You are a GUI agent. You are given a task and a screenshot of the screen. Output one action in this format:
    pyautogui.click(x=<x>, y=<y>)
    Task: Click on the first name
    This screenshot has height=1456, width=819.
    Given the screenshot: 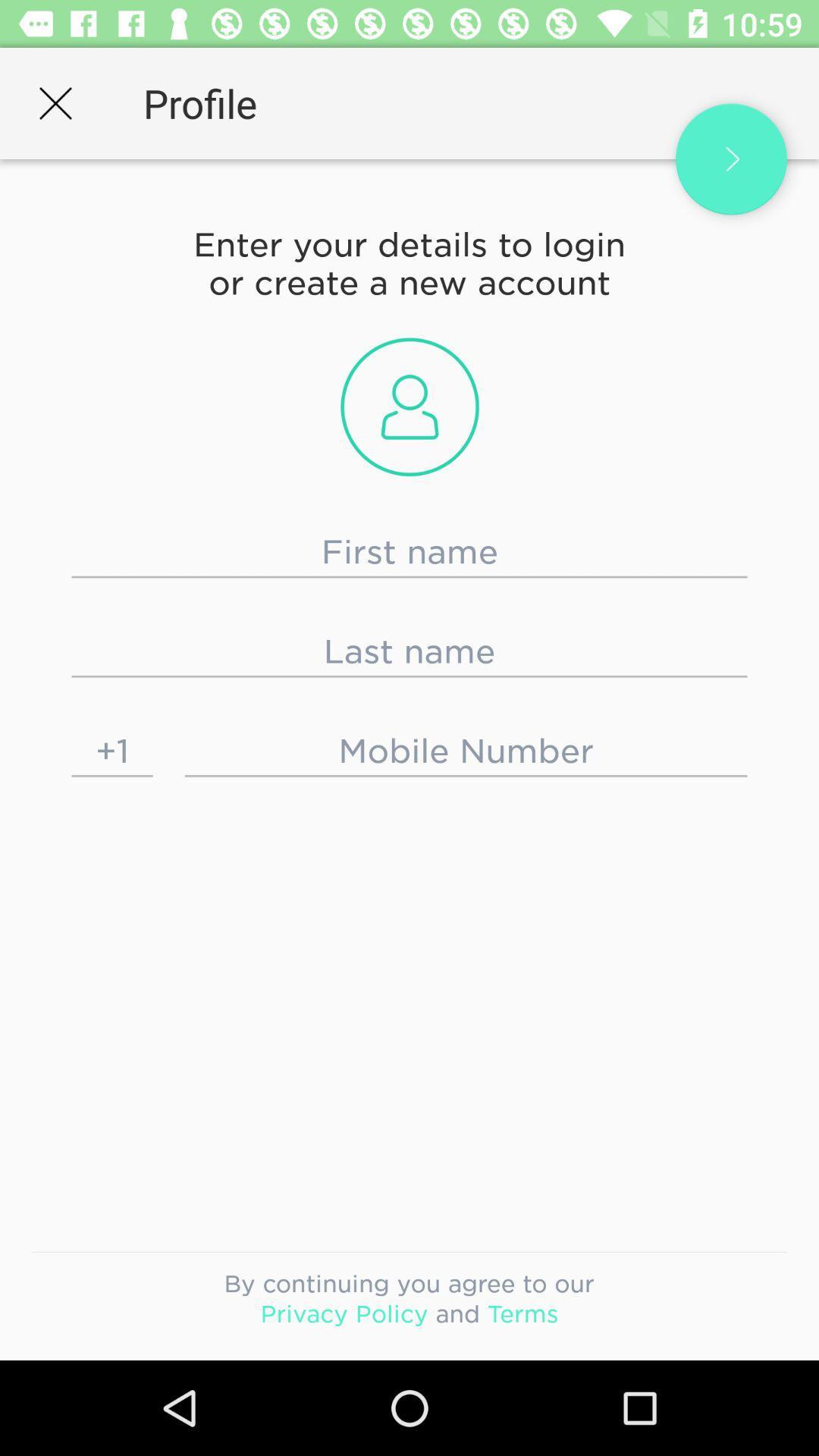 What is the action you would take?
    pyautogui.click(x=409, y=551)
    